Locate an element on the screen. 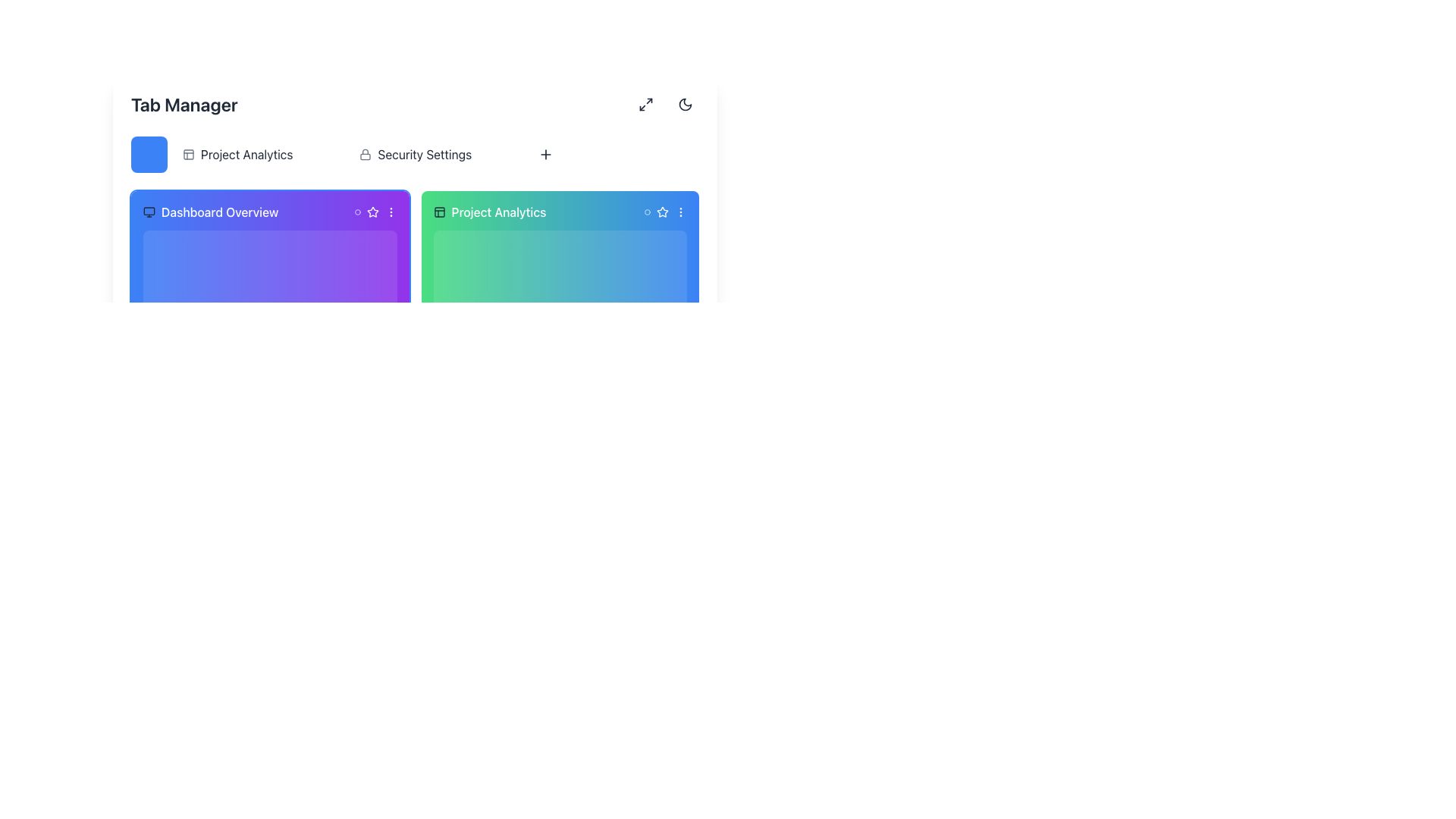 The image size is (1456, 819). the ellipsis icon located in the upper-right corner of the 'Dashboard Overview' card within the icon group is located at coordinates (375, 212).